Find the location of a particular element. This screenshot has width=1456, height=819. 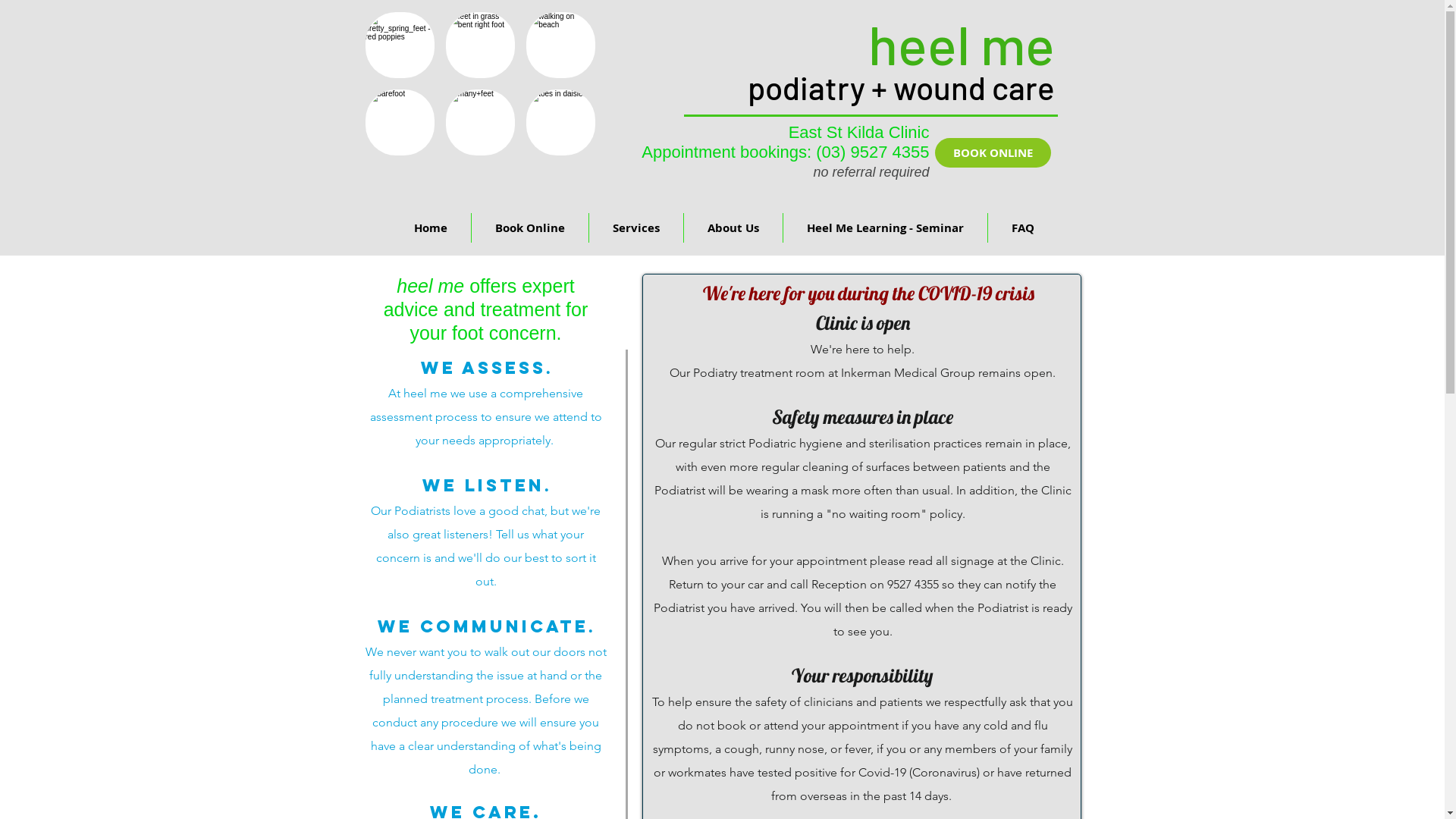

'BOOK ONLINE' is located at coordinates (992, 152).